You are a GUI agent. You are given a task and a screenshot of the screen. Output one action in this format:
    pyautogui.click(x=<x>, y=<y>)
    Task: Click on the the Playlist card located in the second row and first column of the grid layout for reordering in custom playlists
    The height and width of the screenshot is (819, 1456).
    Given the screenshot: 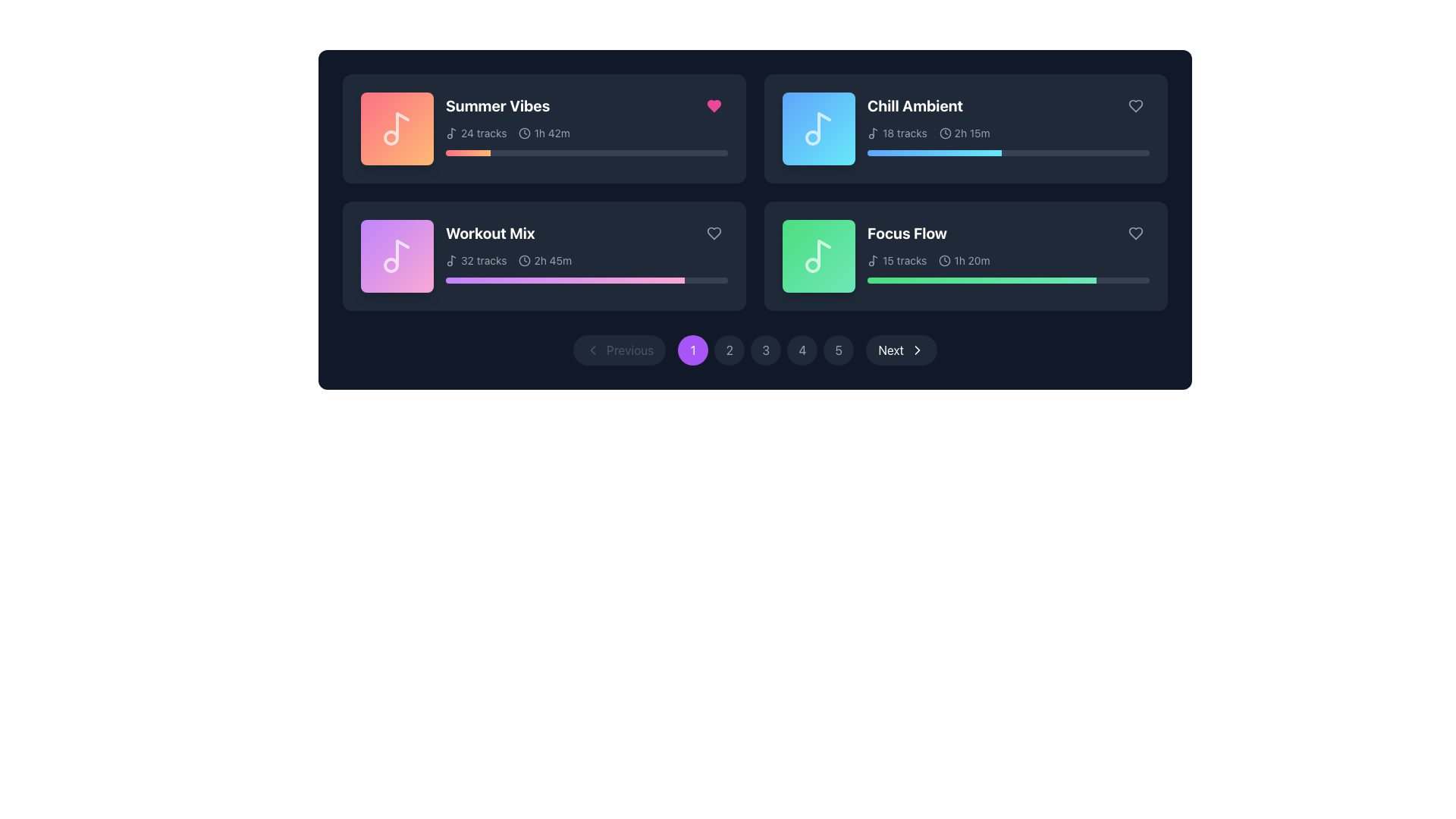 What is the action you would take?
    pyautogui.click(x=585, y=250)
    